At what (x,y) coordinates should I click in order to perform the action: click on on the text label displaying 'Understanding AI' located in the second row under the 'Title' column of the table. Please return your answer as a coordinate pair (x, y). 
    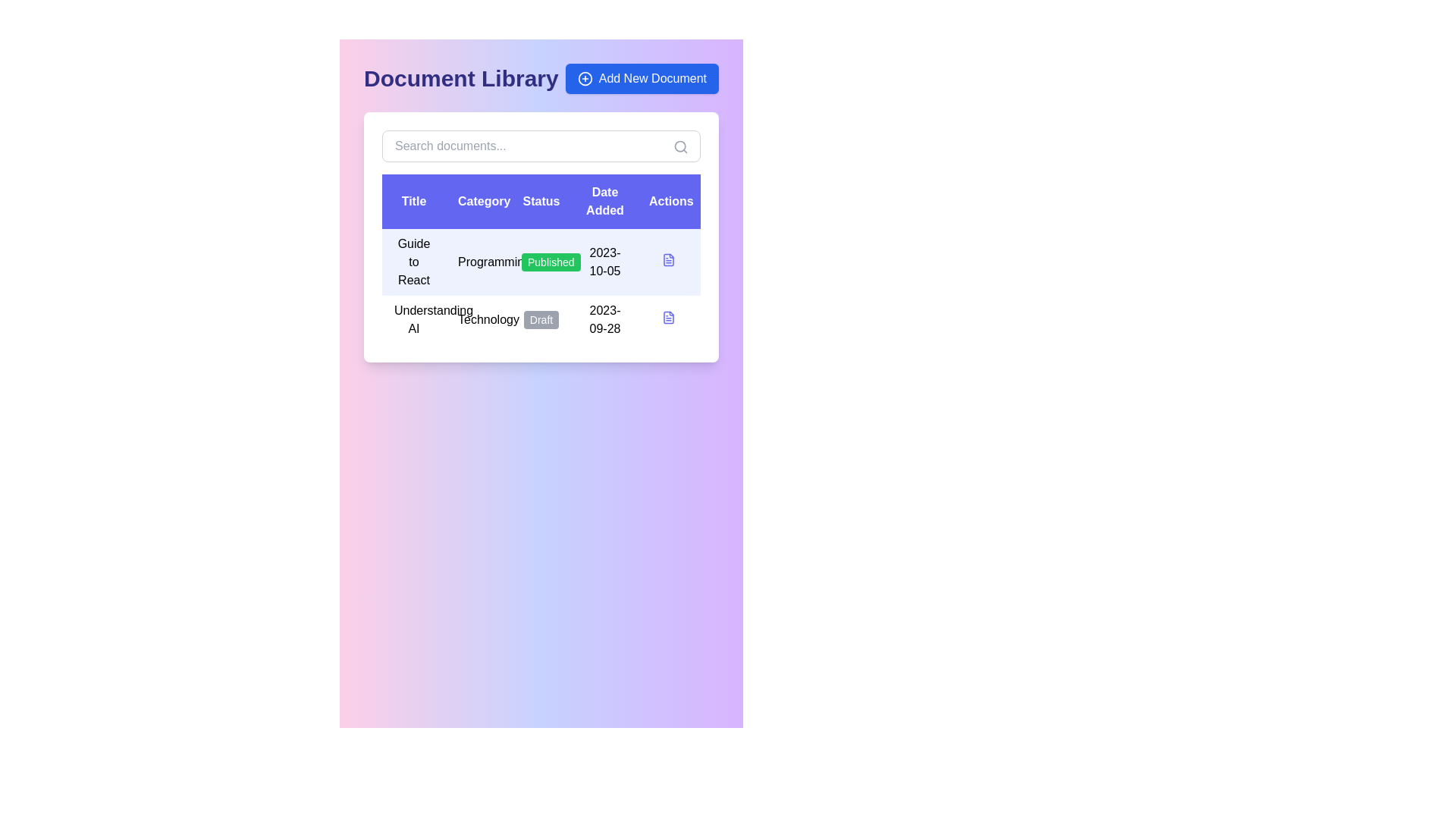
    Looking at the image, I should click on (414, 318).